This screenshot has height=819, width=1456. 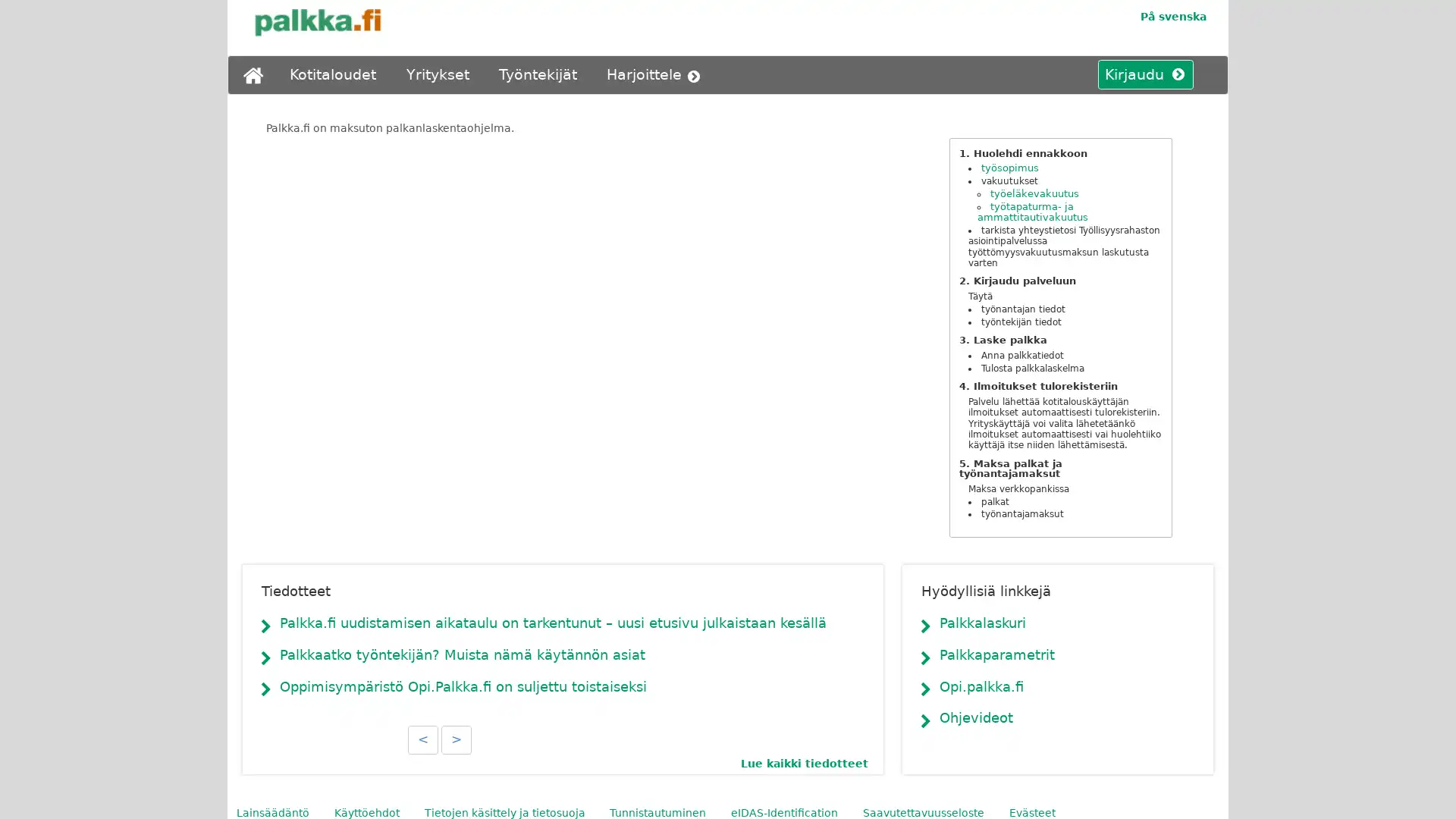 What do you see at coordinates (1139, 75) in the screenshot?
I see `Kirjaudu` at bounding box center [1139, 75].